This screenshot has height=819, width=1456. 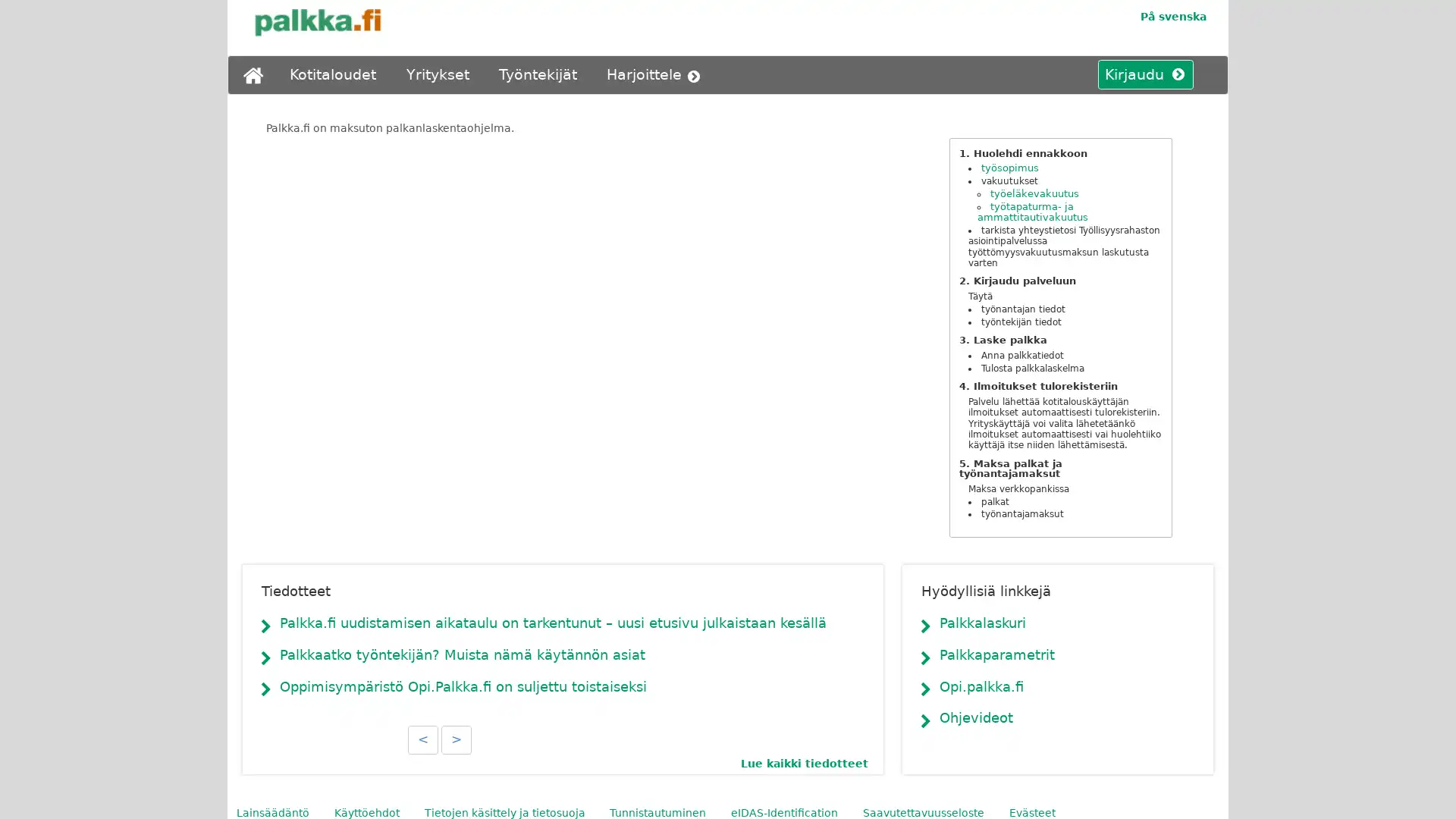 What do you see at coordinates (1139, 75) in the screenshot?
I see `Kirjaudu` at bounding box center [1139, 75].